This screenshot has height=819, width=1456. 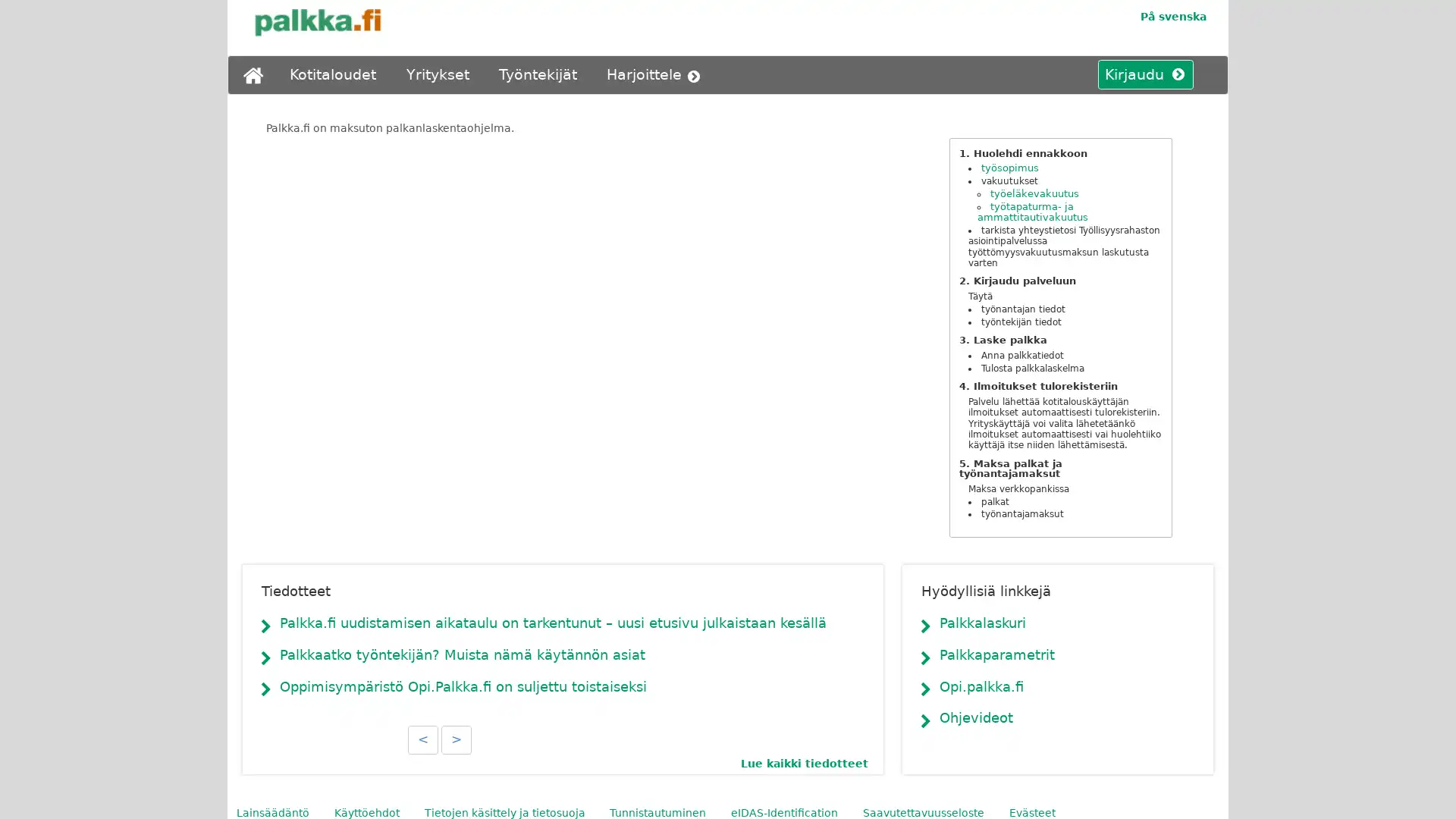 What do you see at coordinates (1139, 75) in the screenshot?
I see `Kirjaudu` at bounding box center [1139, 75].